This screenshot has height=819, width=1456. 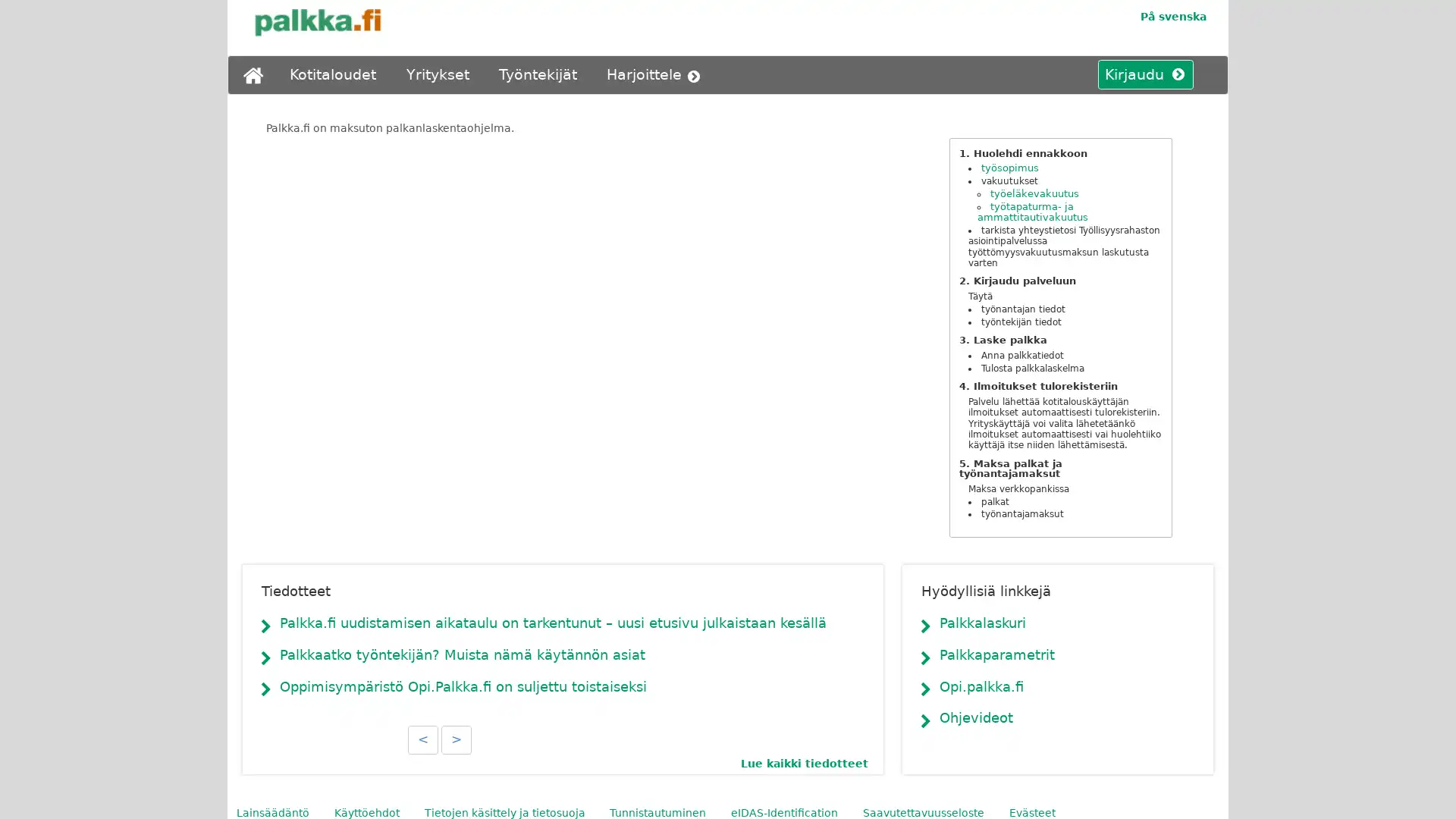 What do you see at coordinates (1139, 75) in the screenshot?
I see `Kirjaudu` at bounding box center [1139, 75].